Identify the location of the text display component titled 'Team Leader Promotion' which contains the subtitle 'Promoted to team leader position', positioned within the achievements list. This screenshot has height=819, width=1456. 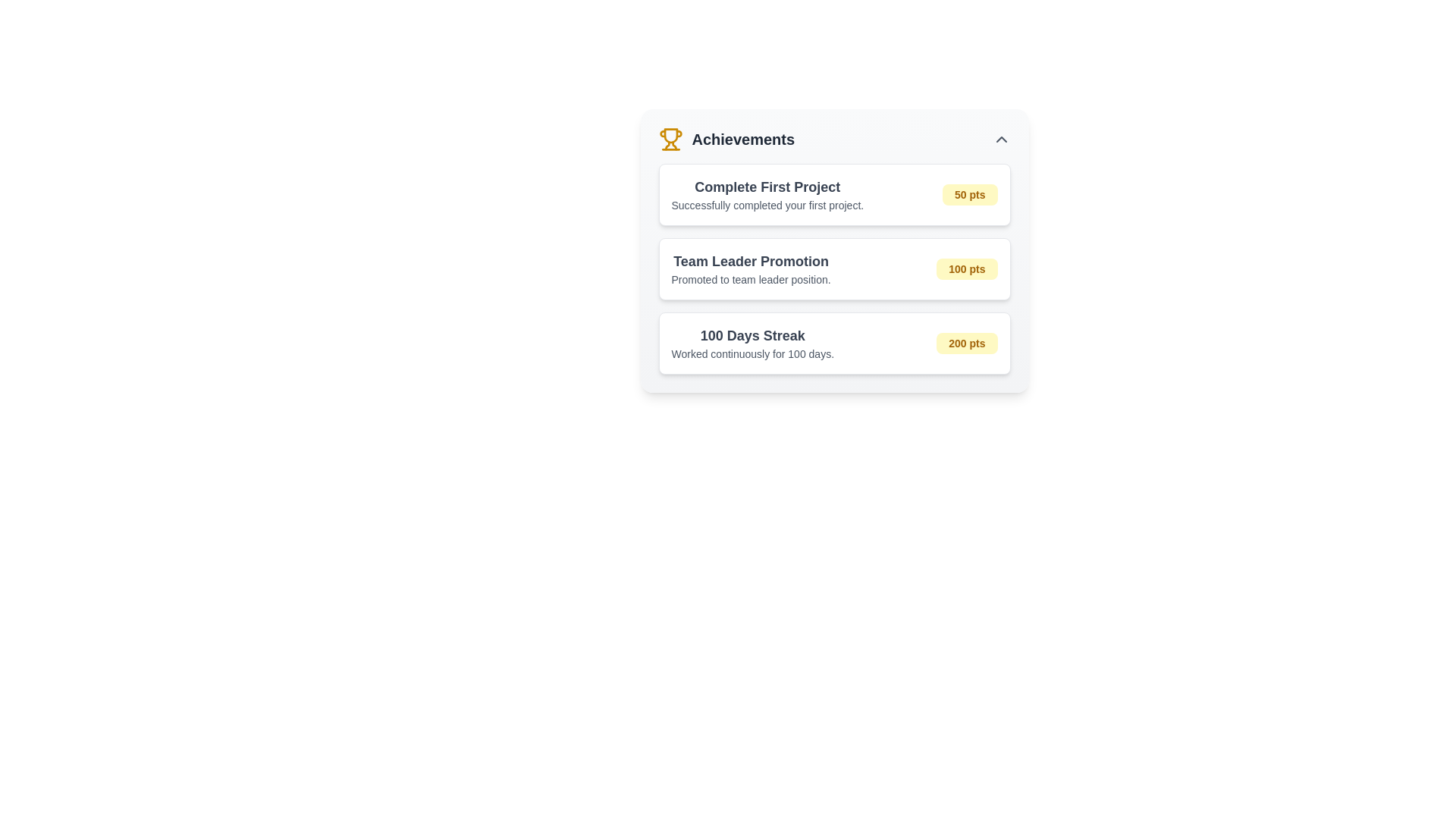
(751, 268).